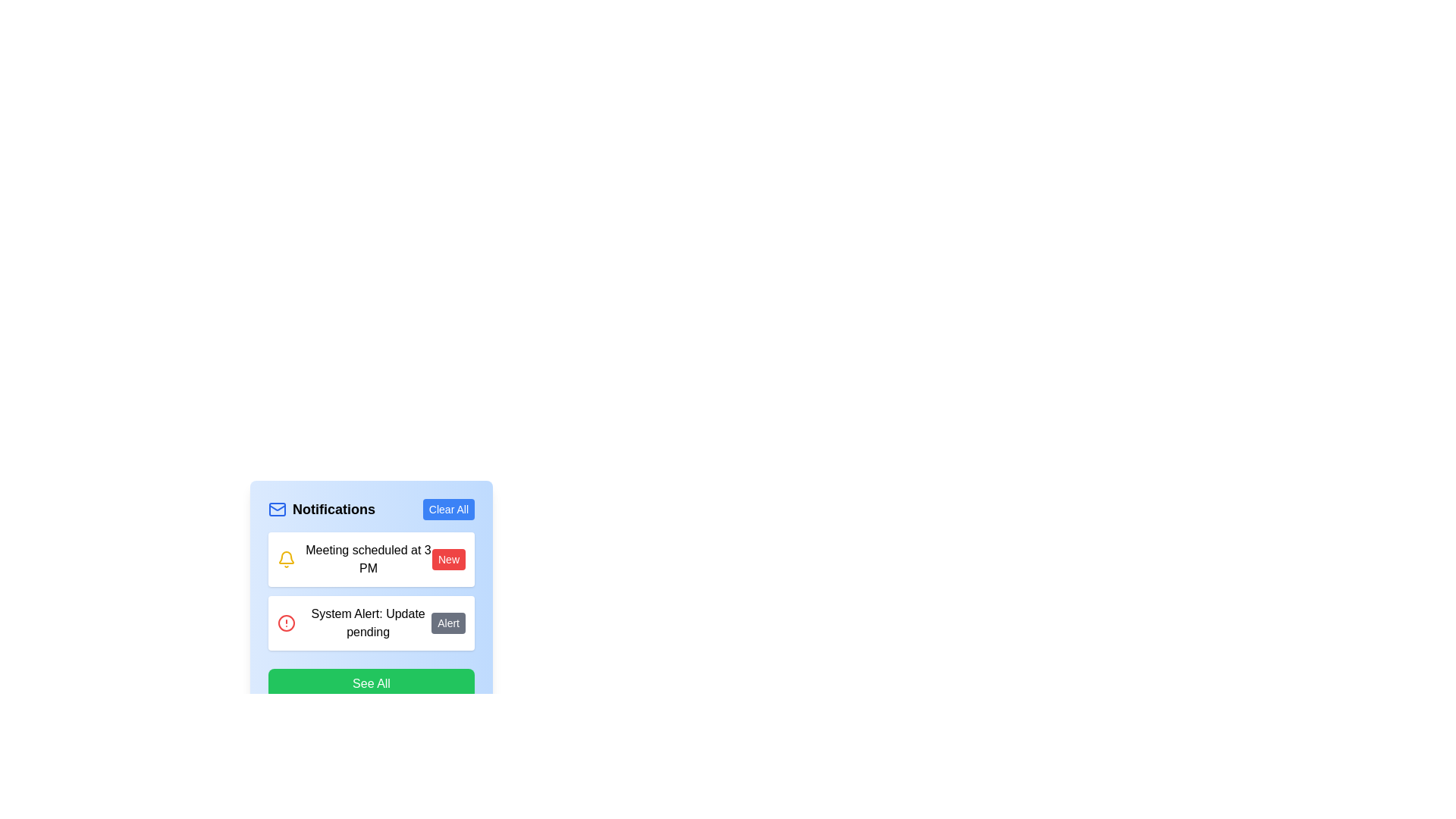 Image resolution: width=1456 pixels, height=819 pixels. What do you see at coordinates (287, 623) in the screenshot?
I see `the circular graphic element with a red stroke that is part of the alert icon in the notification interface, located adjacent to the 'System Alert: Update pending' notification text` at bounding box center [287, 623].